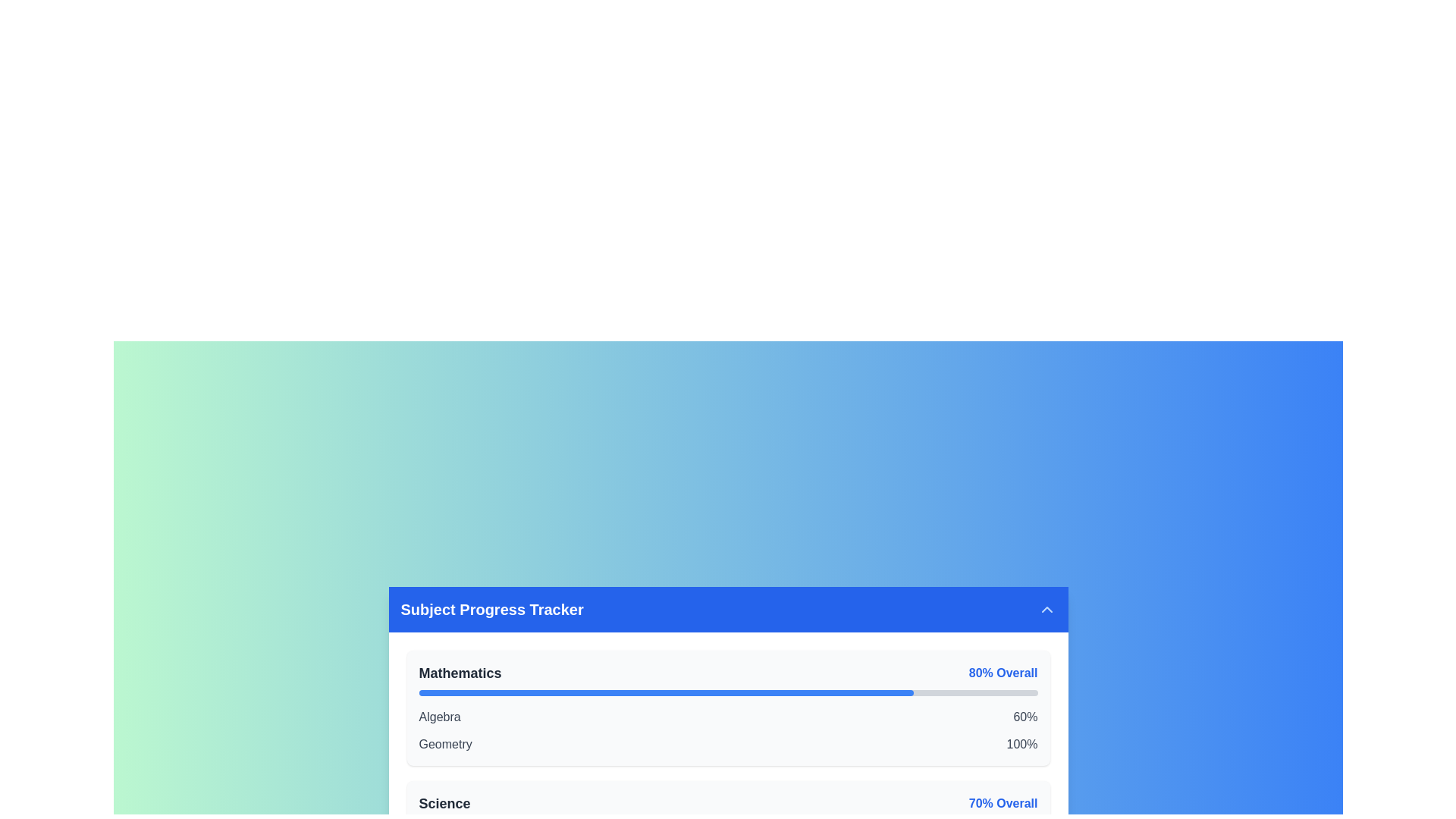 The width and height of the screenshot is (1456, 819). I want to click on the text element displaying '60%' which is styled in a dark font and is located to the far-right side of the row labeled 'Algebra', so click(1025, 717).